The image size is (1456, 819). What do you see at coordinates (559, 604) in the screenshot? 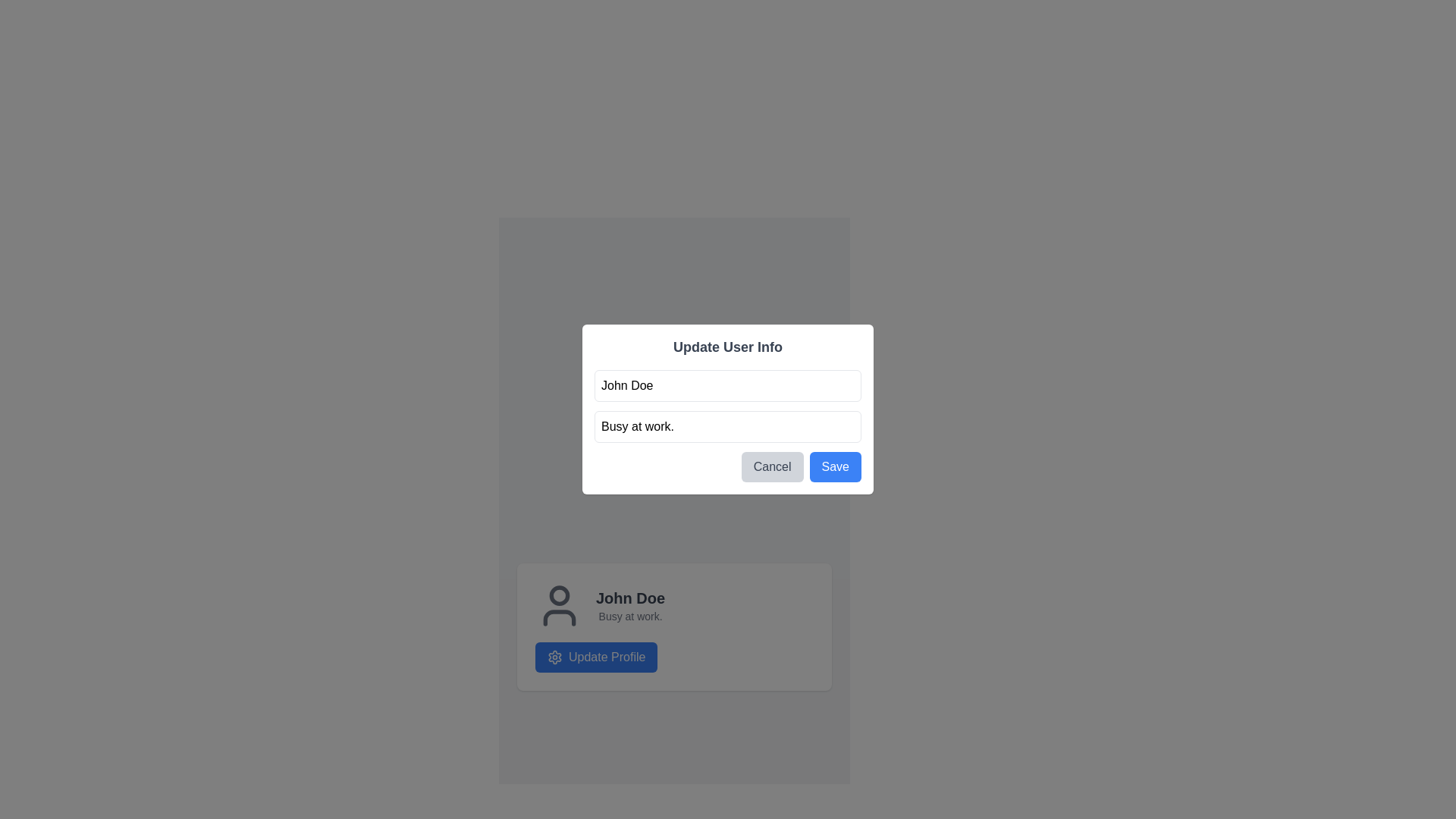
I see `the gray circular avatar icon resembling a stylized person figure located at the top left corner of the user information card layout, positioned left of the text 'John Doe'` at bounding box center [559, 604].